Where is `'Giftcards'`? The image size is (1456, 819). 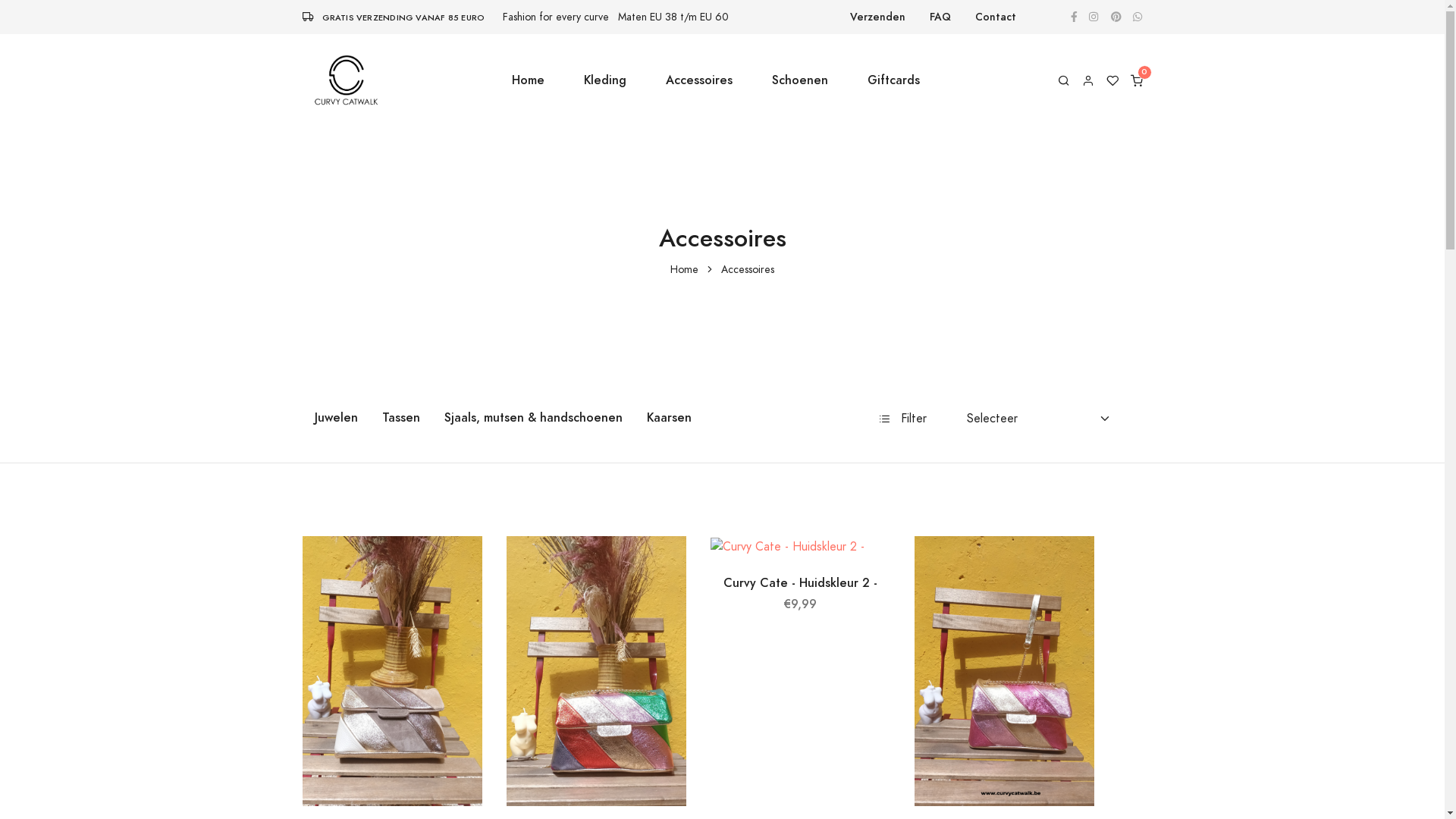
'Giftcards' is located at coordinates (893, 80).